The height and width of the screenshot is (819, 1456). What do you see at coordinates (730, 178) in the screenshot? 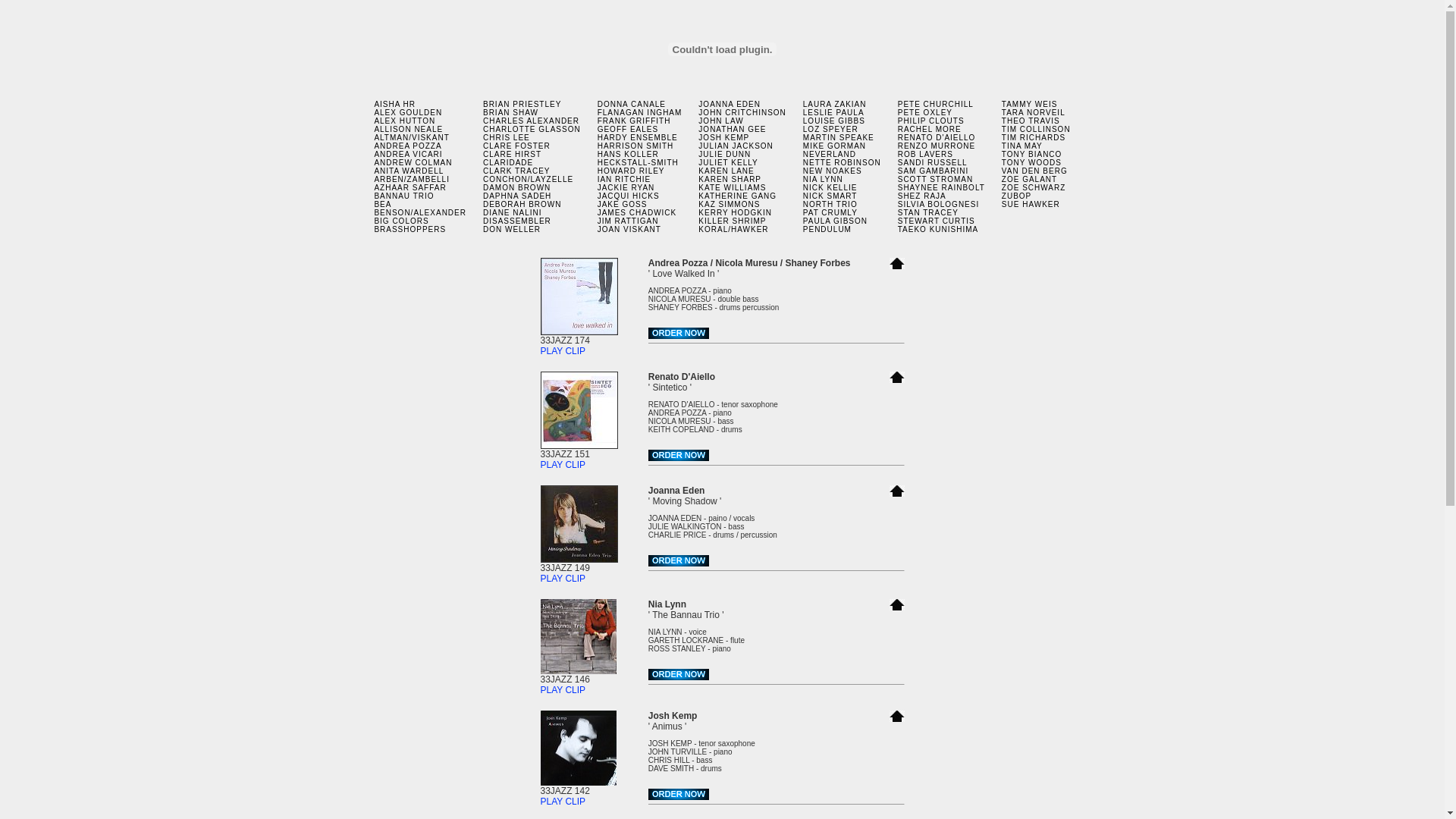
I see `'KAREN SHARP'` at bounding box center [730, 178].